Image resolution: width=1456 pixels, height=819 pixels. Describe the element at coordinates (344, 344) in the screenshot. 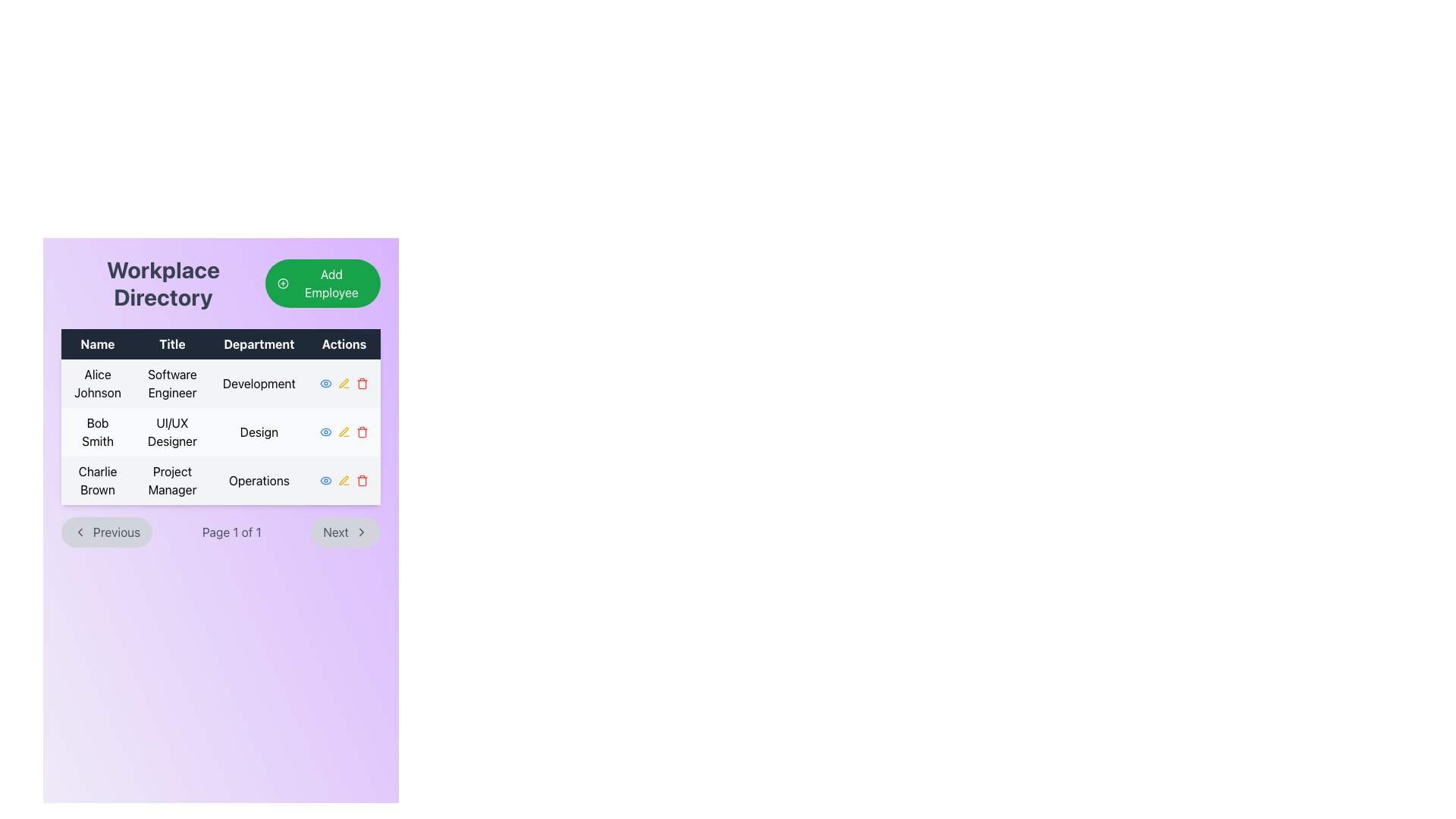

I see `the text label displaying 'Actions' in a bold white font, located in a black rectangular box at the rightmost column of the table header` at that location.